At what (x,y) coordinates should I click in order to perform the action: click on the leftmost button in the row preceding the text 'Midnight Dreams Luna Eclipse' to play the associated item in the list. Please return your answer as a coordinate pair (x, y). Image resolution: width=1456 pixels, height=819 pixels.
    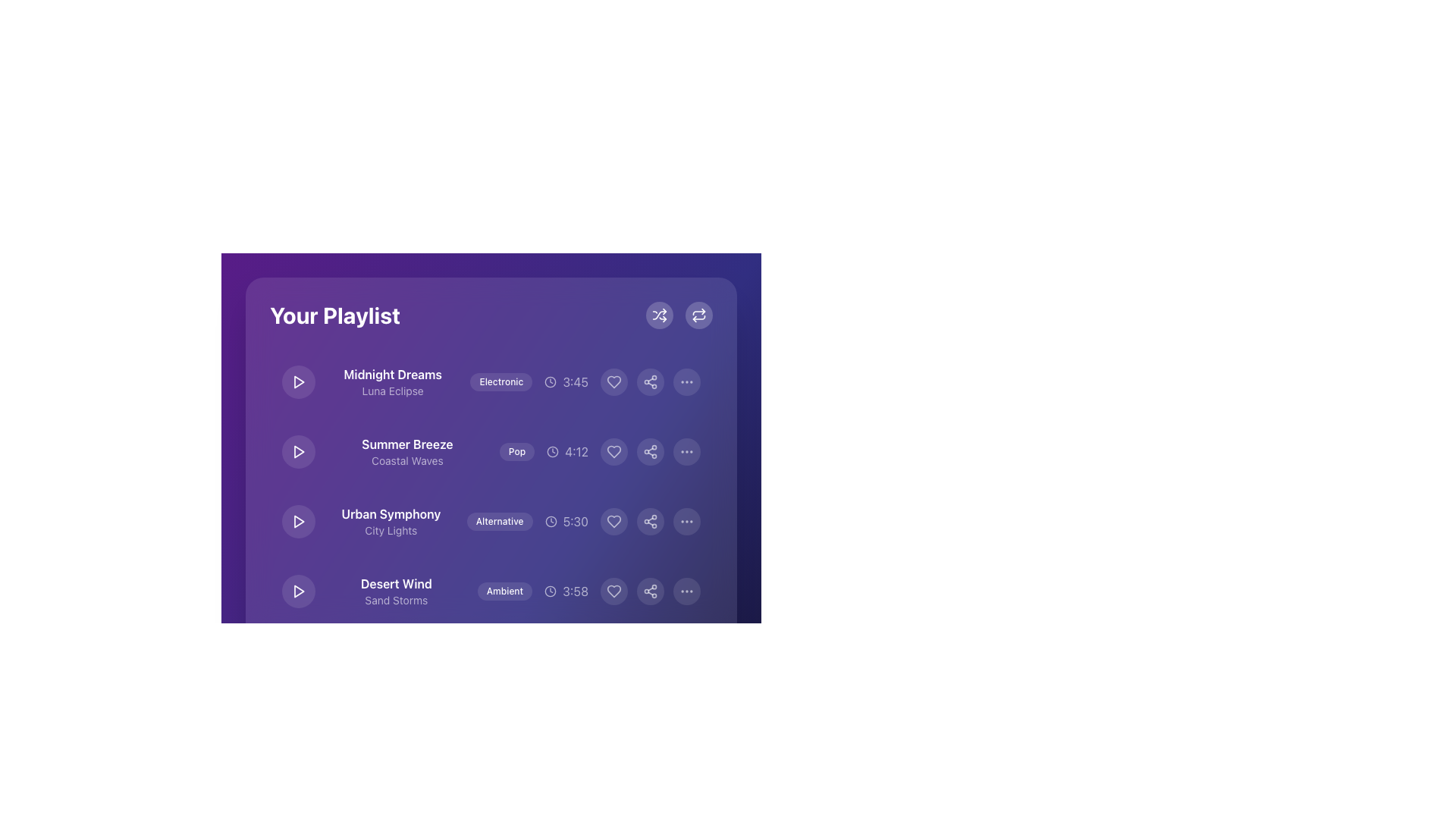
    Looking at the image, I should click on (298, 381).